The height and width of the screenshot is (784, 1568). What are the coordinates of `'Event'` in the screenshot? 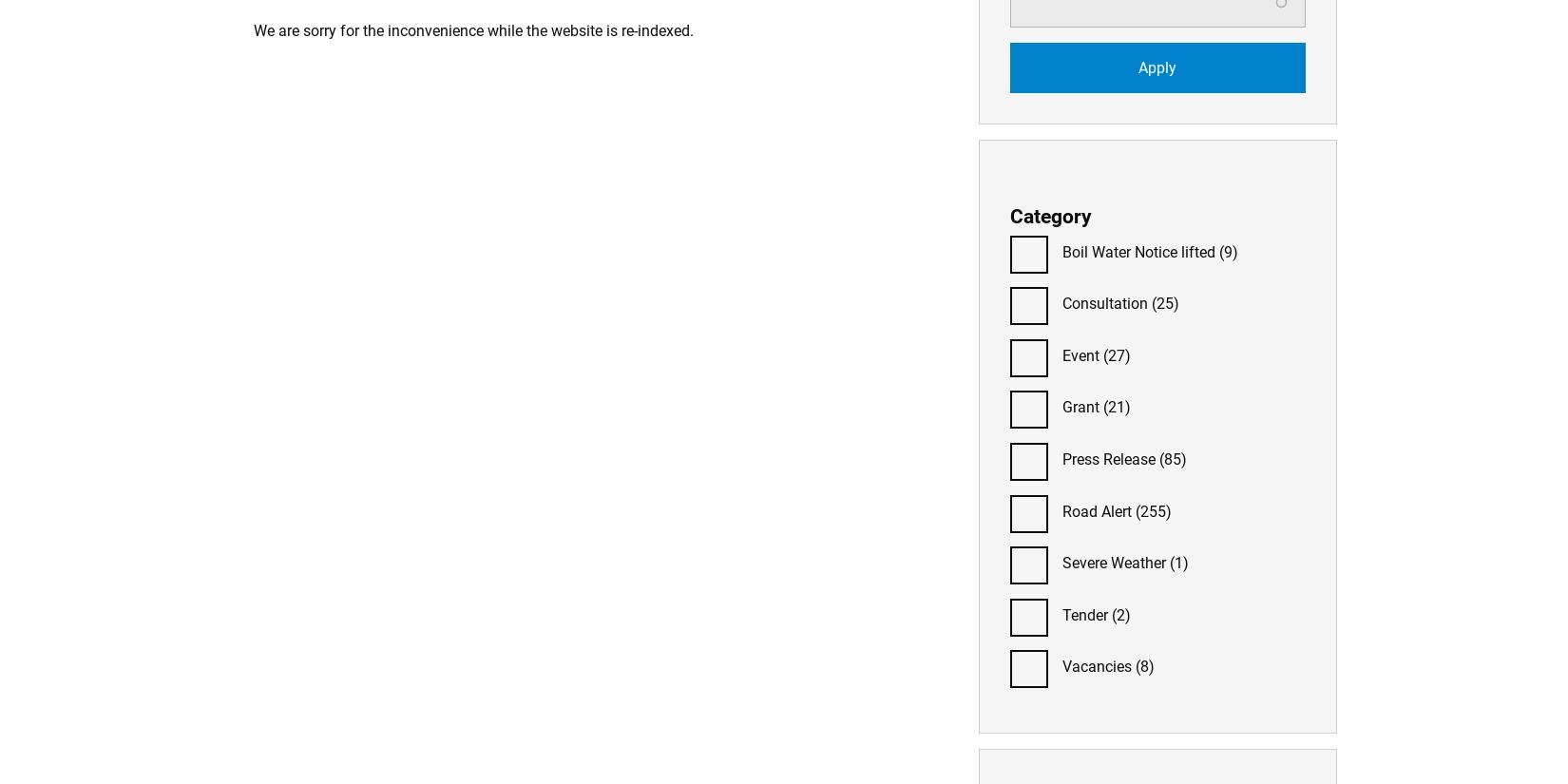 It's located at (1080, 354).